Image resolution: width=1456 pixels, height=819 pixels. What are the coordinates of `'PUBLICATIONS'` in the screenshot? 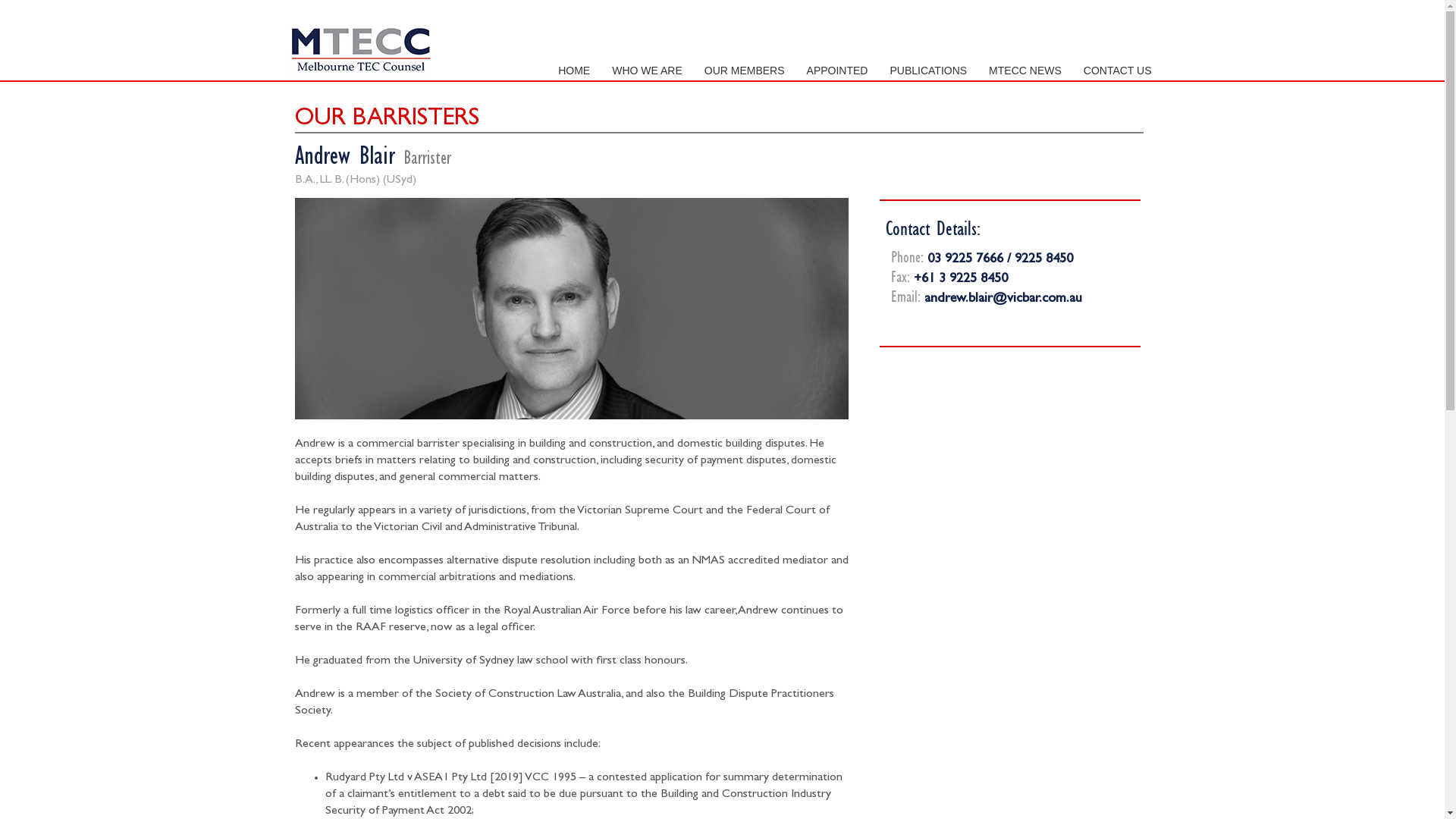 It's located at (927, 70).